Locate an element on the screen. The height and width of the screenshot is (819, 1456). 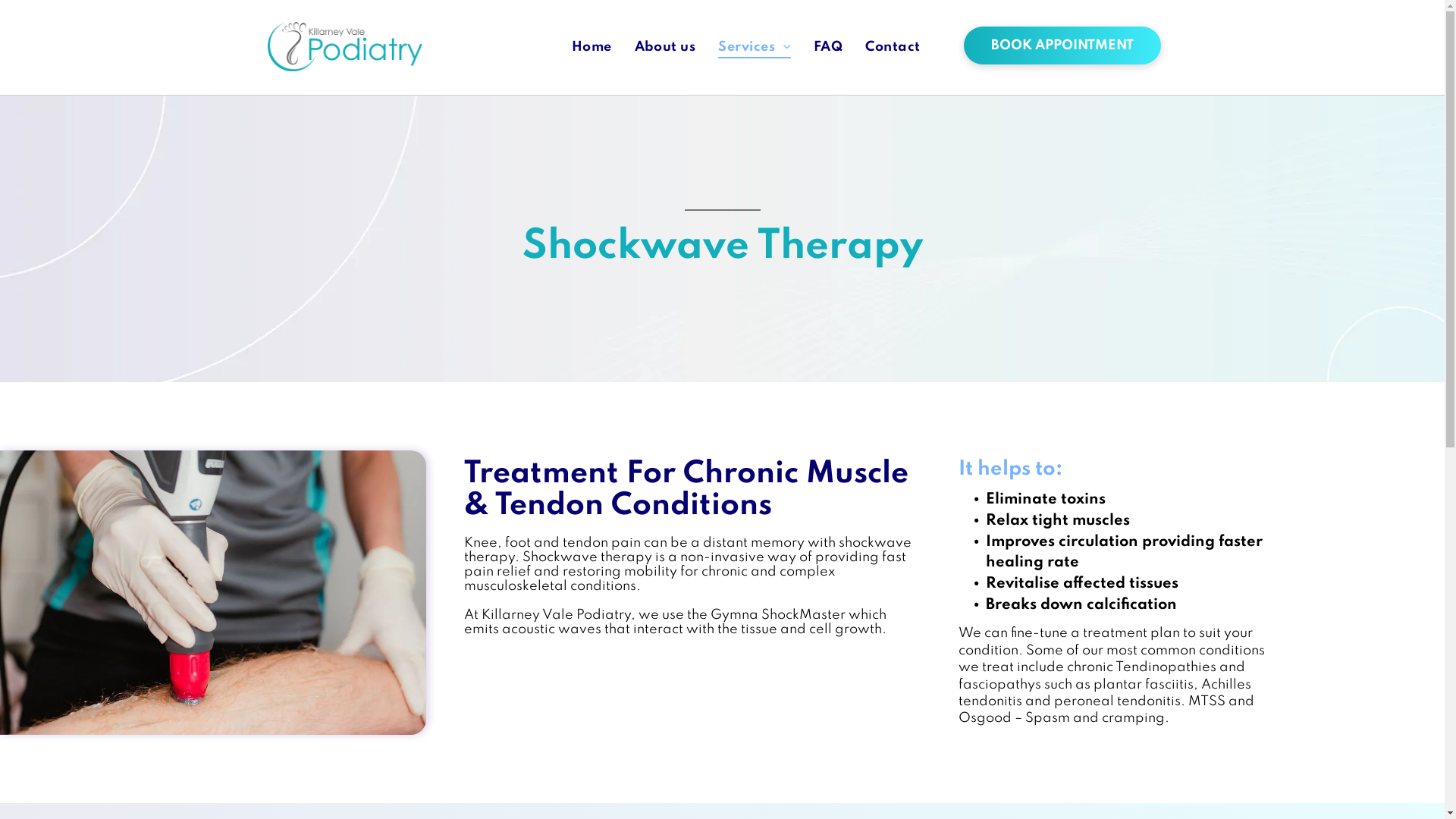
'FAQ' is located at coordinates (827, 46).